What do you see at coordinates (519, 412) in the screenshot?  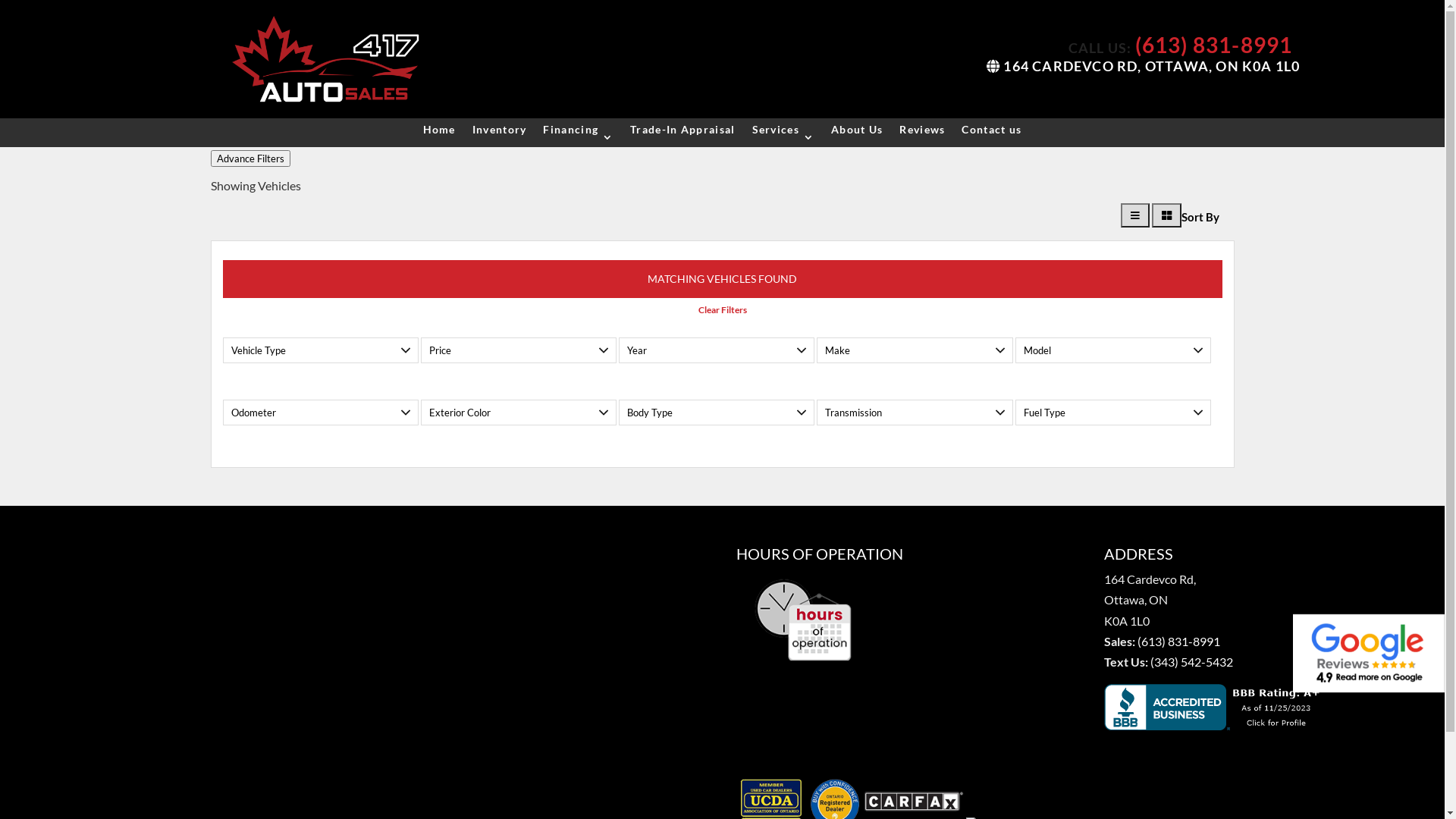 I see `'Exterior Color'` at bounding box center [519, 412].